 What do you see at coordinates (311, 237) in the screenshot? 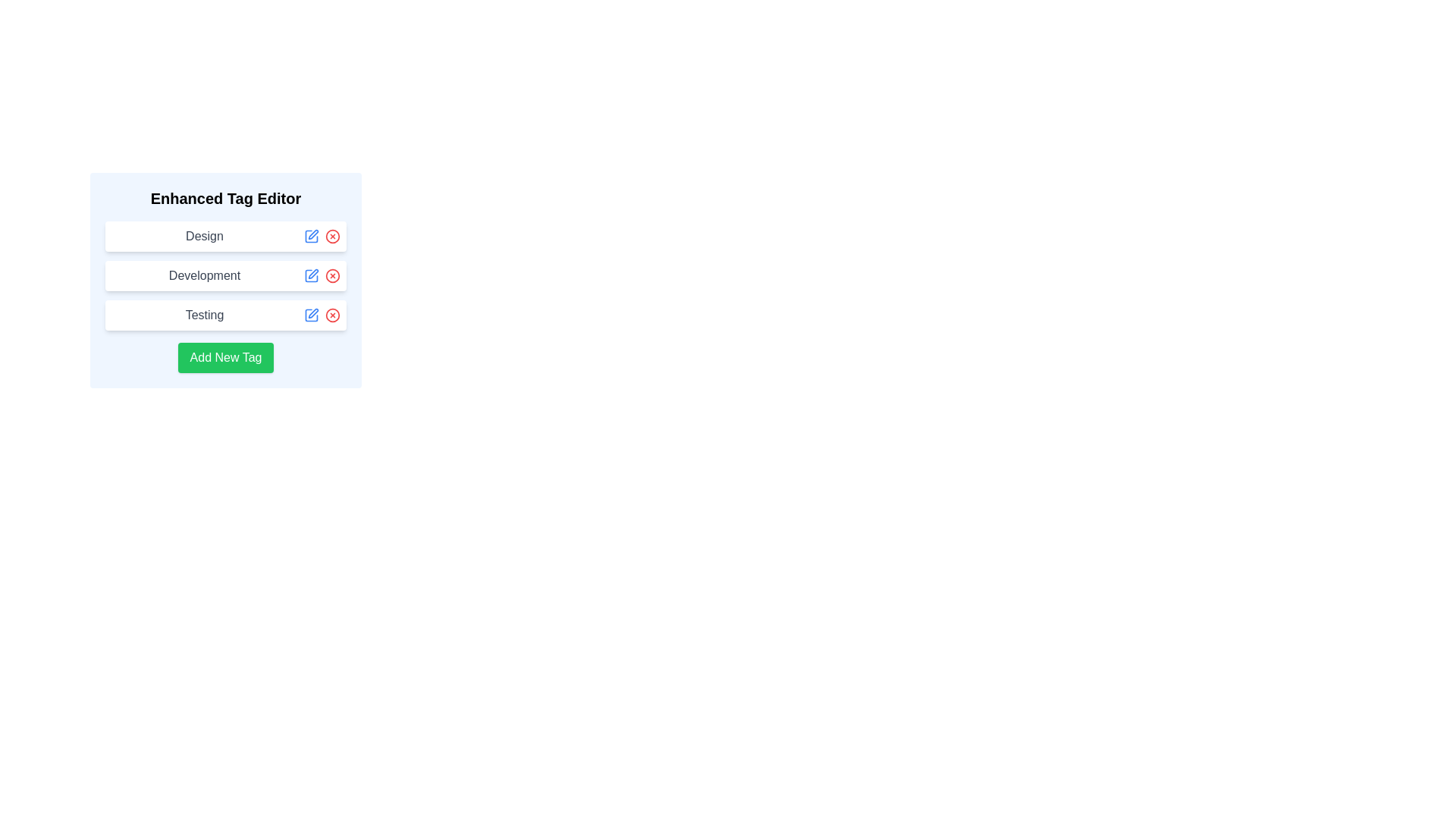
I see `the small blue pen icon located to the right of the 'Design' text in the first row of the list to initiate editing` at bounding box center [311, 237].